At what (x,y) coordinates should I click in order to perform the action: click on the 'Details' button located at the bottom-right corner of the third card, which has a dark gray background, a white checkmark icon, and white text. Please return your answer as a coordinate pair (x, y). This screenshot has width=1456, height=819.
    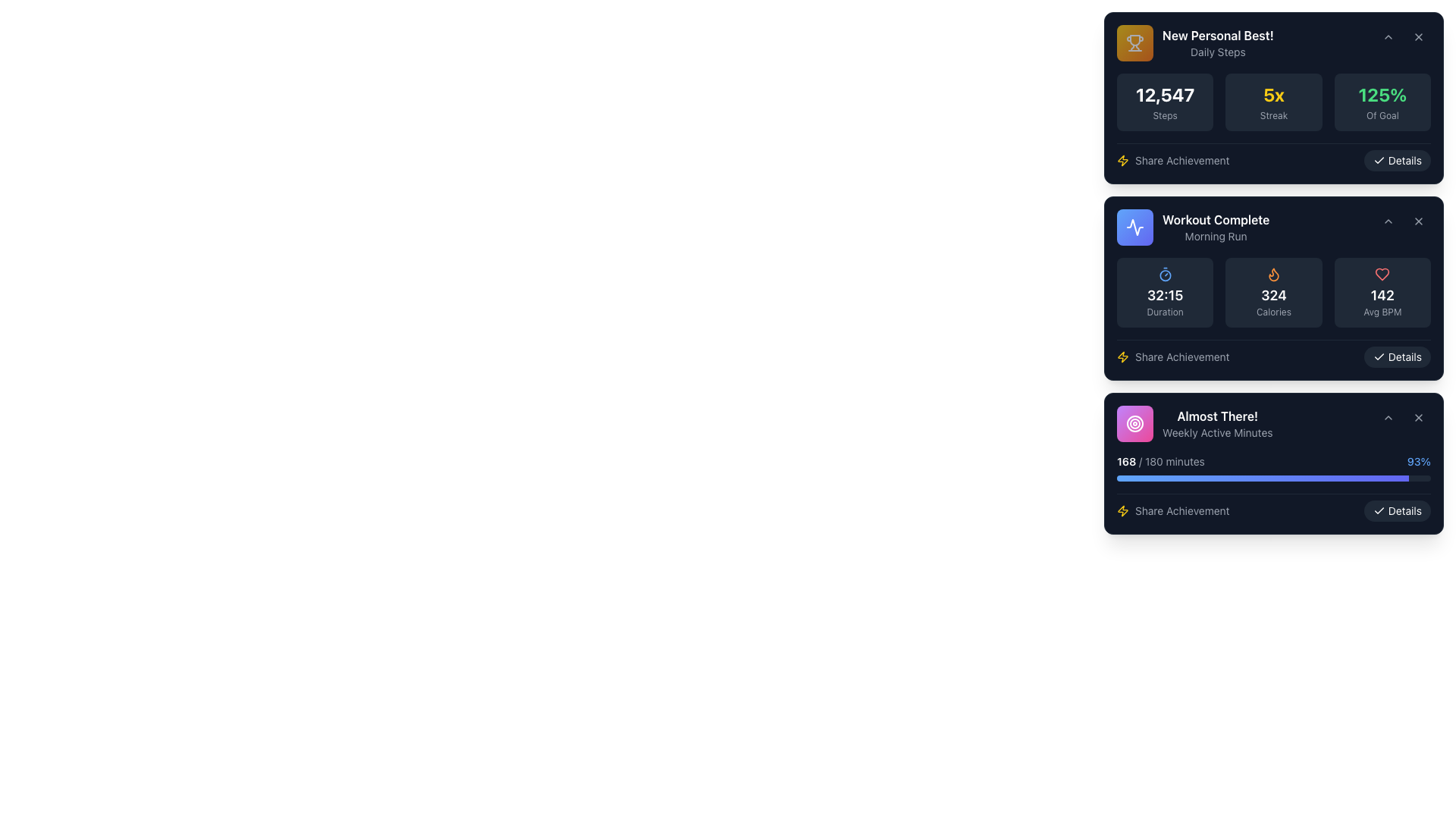
    Looking at the image, I should click on (1396, 511).